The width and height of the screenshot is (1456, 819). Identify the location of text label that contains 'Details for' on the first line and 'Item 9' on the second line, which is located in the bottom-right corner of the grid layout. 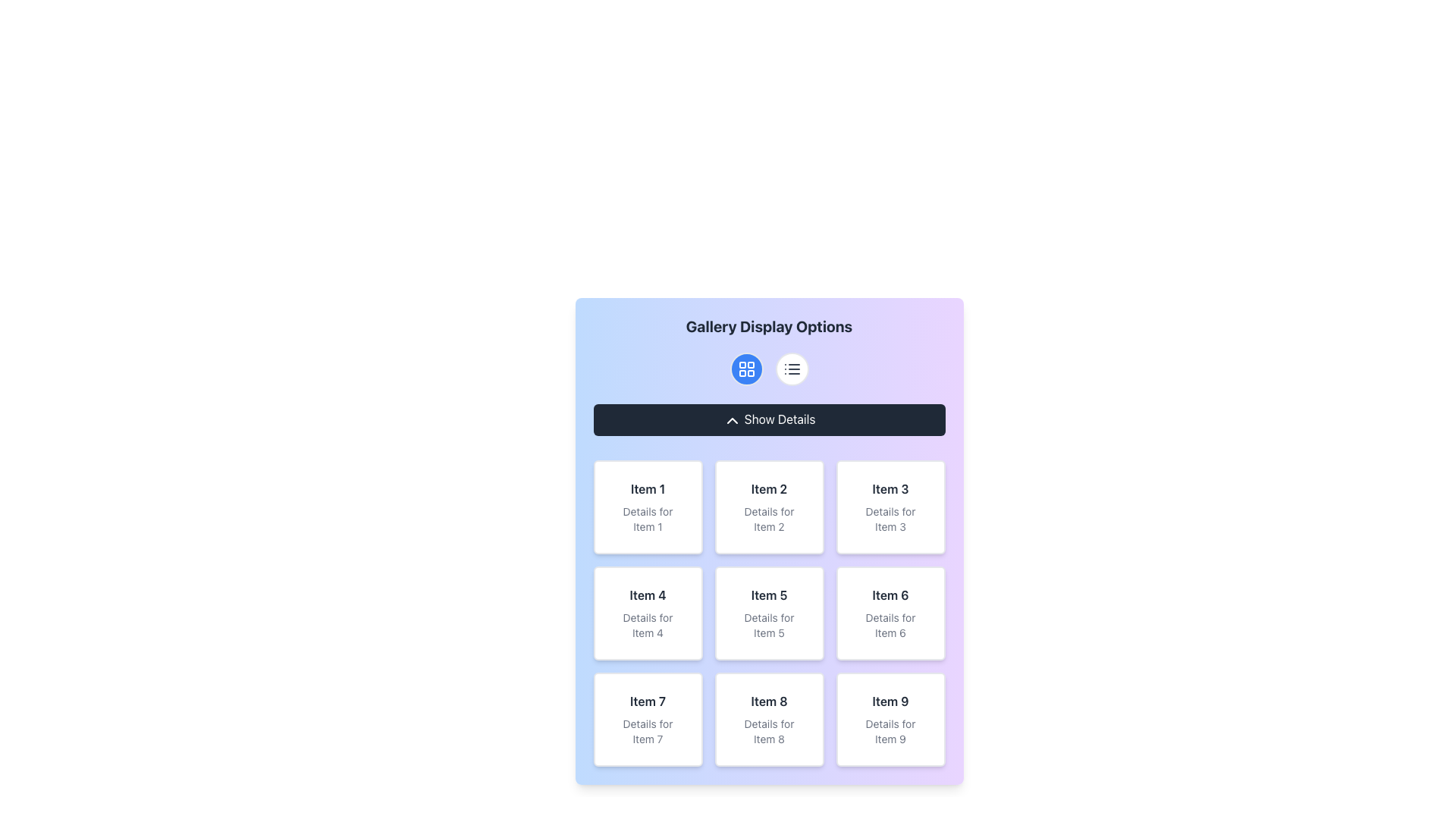
(890, 730).